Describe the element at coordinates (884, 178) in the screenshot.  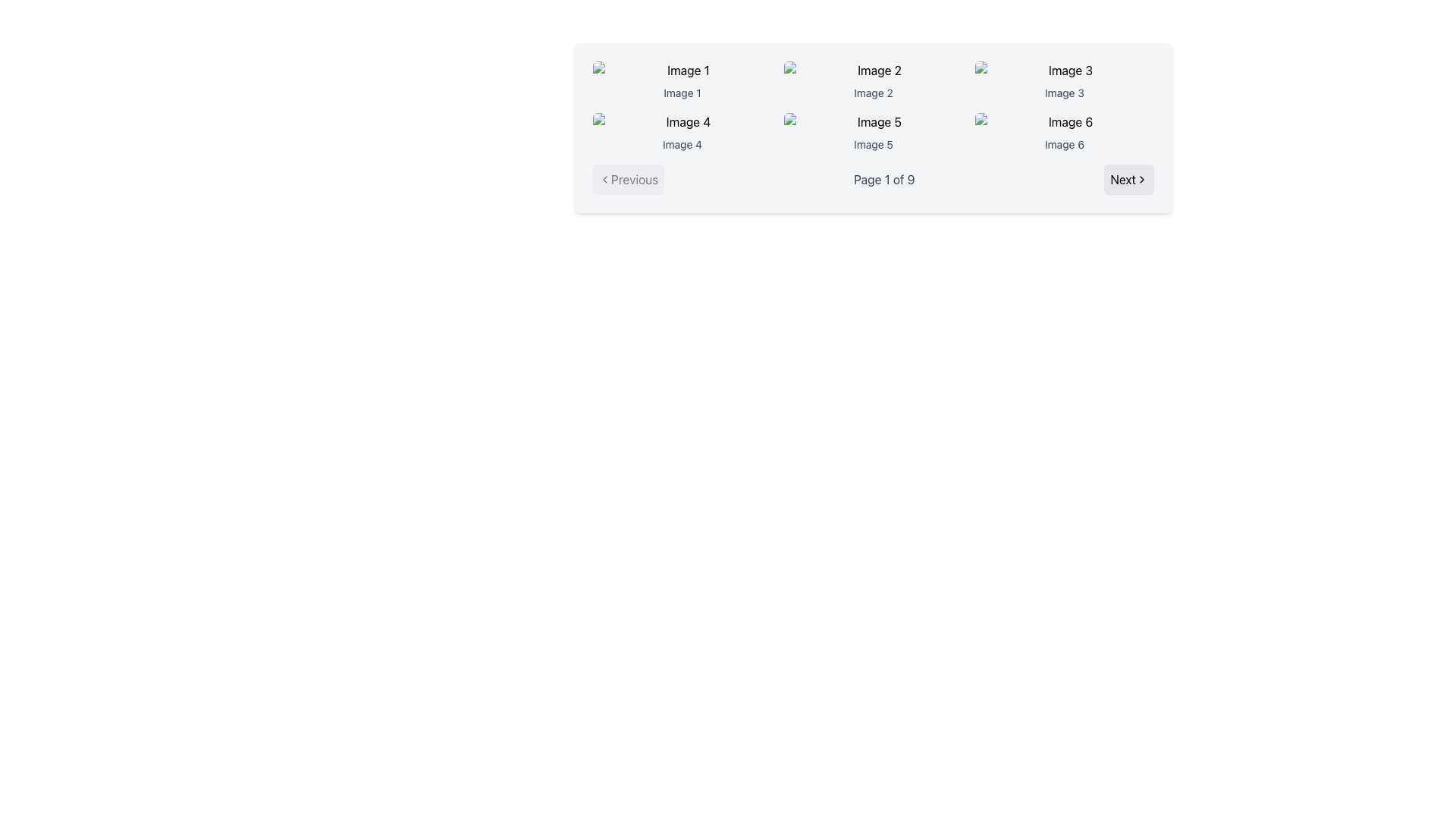
I see `the text label that displays the current page number and the total number of available pages, located at the center of the pagination bar between the 'Previous' and 'Next' buttons` at that location.